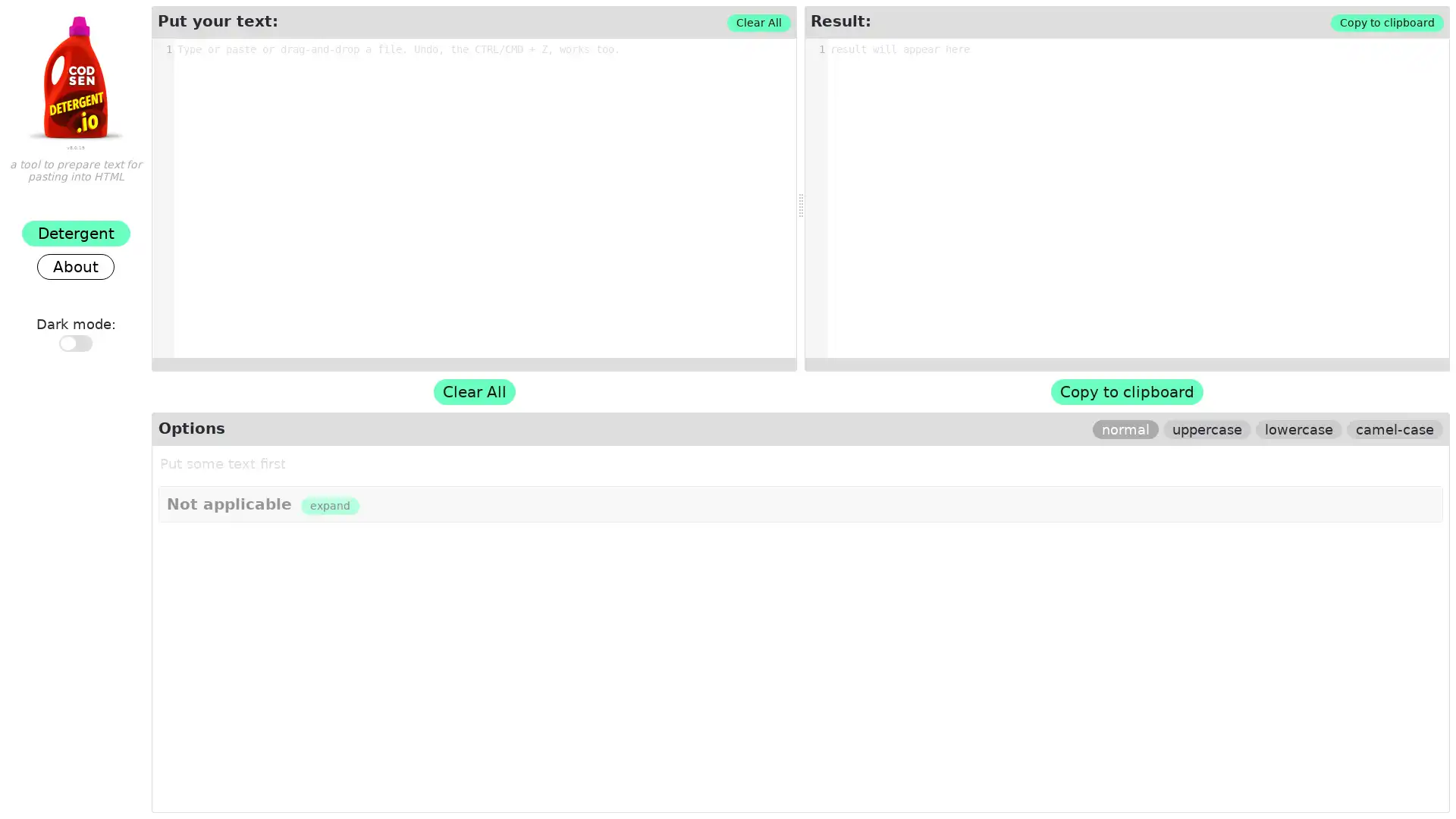 The image size is (1456, 819). Describe the element at coordinates (329, 506) in the screenshot. I see `expand` at that location.